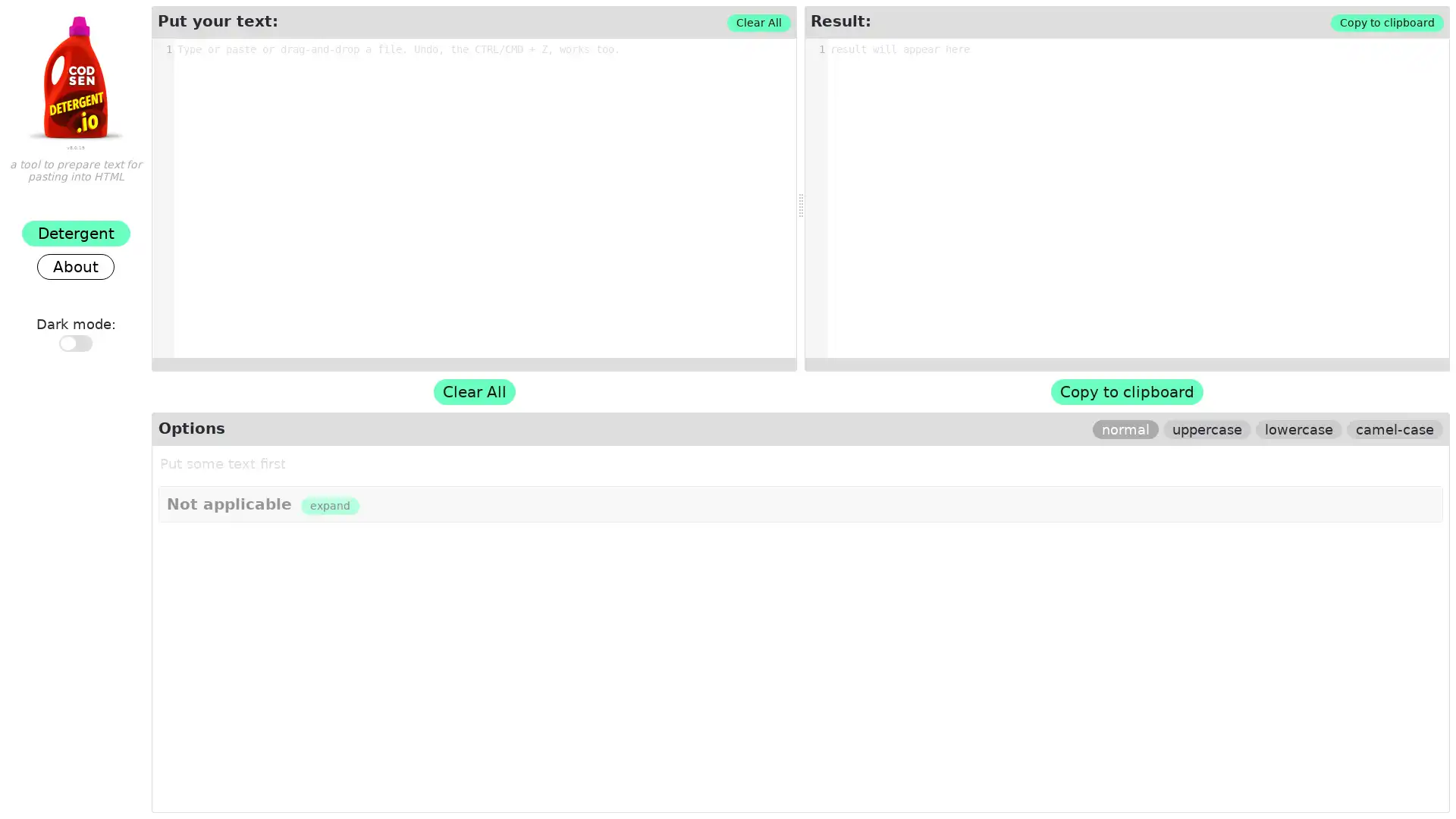 The image size is (1456, 819). Describe the element at coordinates (329, 506) in the screenshot. I see `expand` at that location.